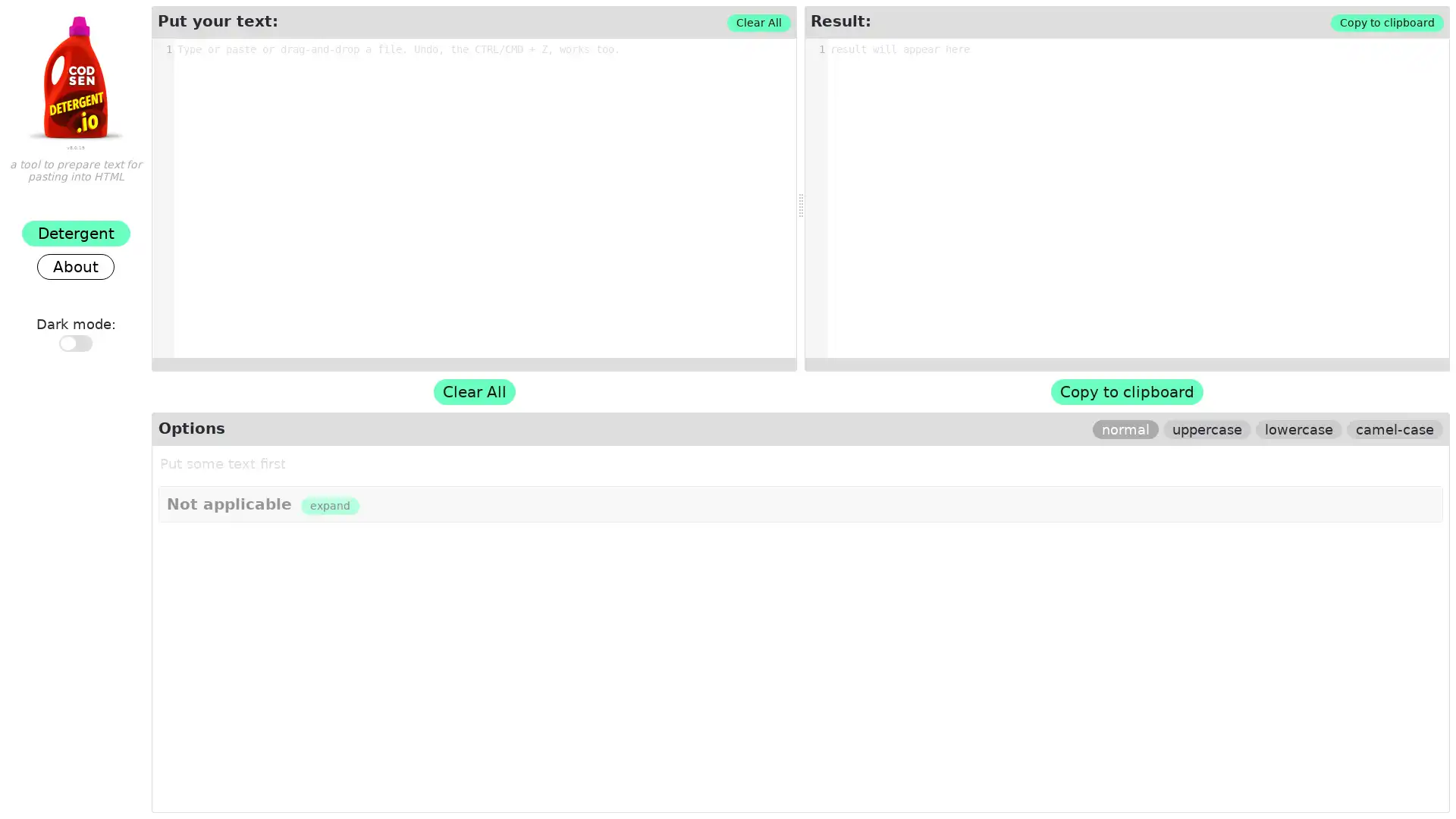 The image size is (1456, 819). Describe the element at coordinates (329, 506) in the screenshot. I see `expand` at that location.